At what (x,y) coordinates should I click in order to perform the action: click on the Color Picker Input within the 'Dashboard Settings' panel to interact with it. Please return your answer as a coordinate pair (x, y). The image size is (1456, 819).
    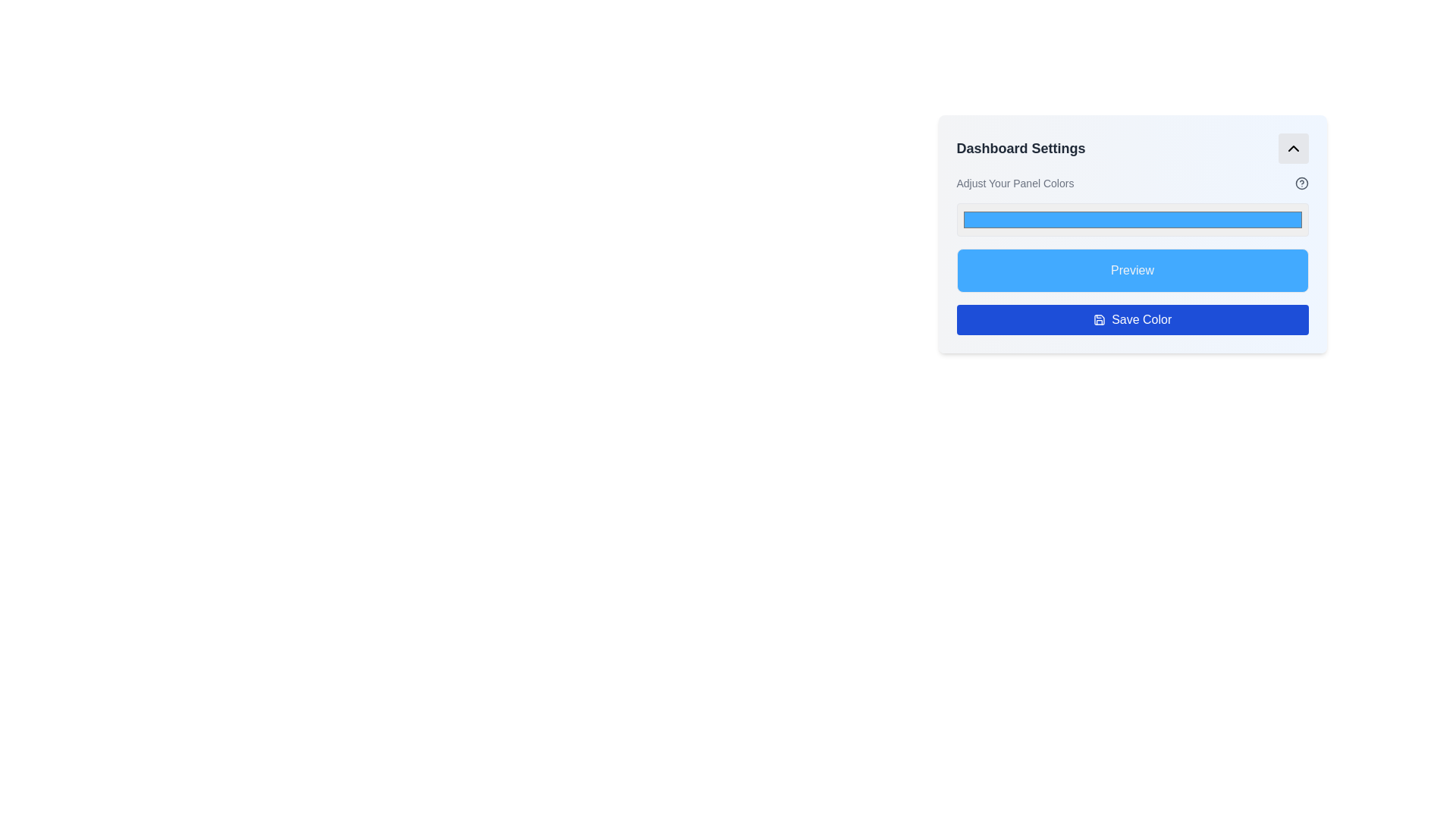
    Looking at the image, I should click on (1132, 234).